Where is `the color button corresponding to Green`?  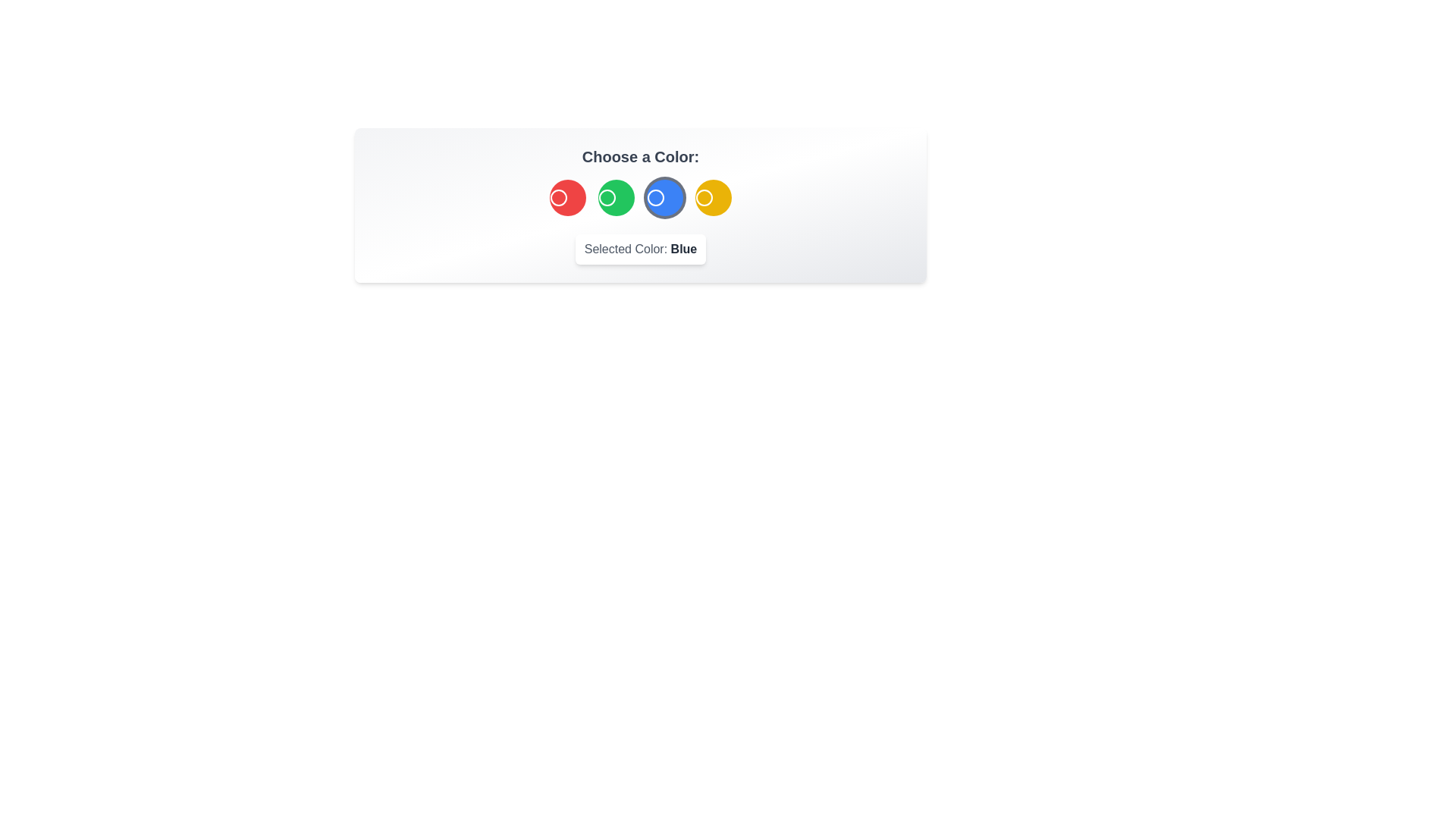 the color button corresponding to Green is located at coordinates (616, 197).